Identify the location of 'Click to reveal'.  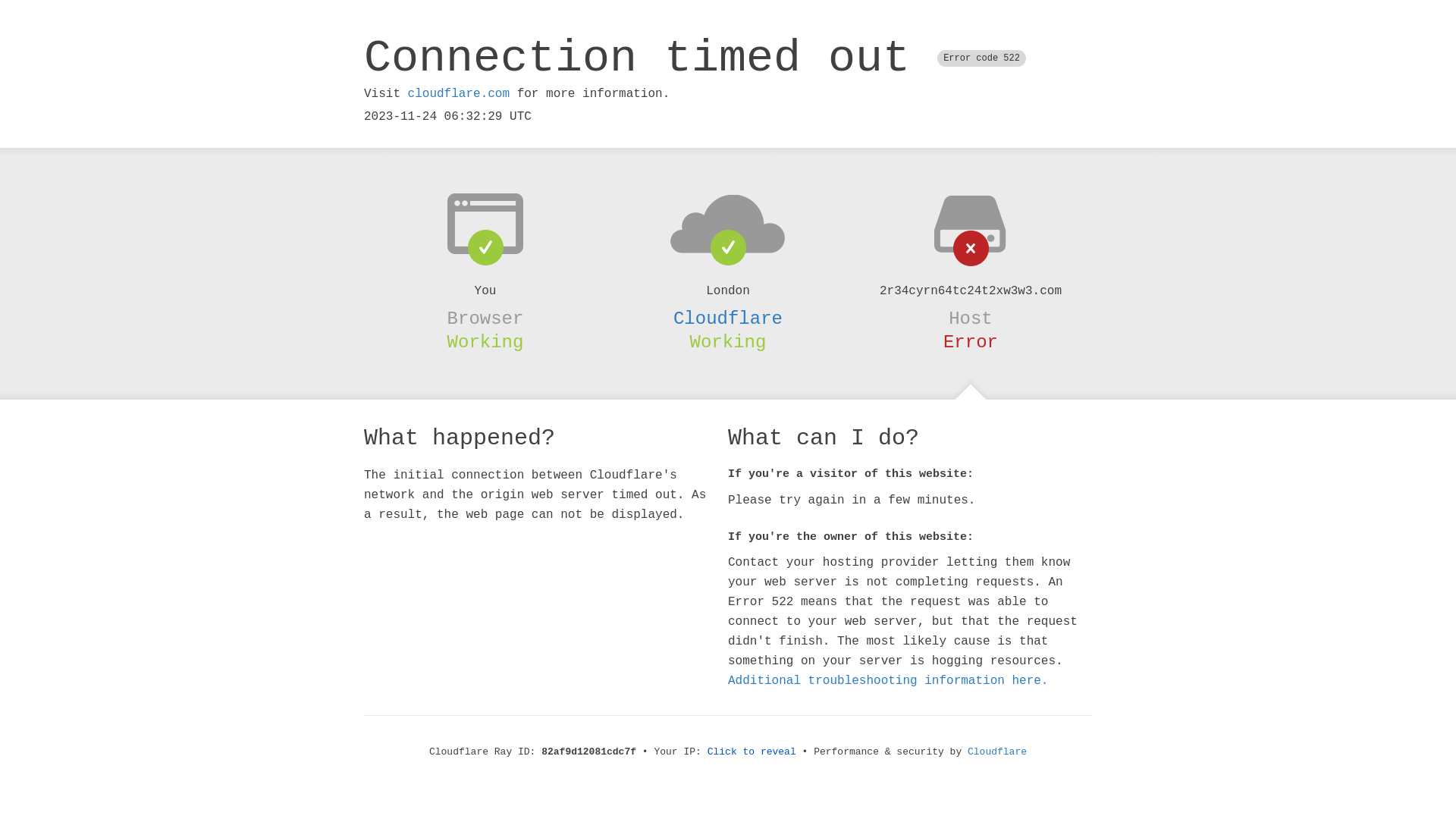
(706, 752).